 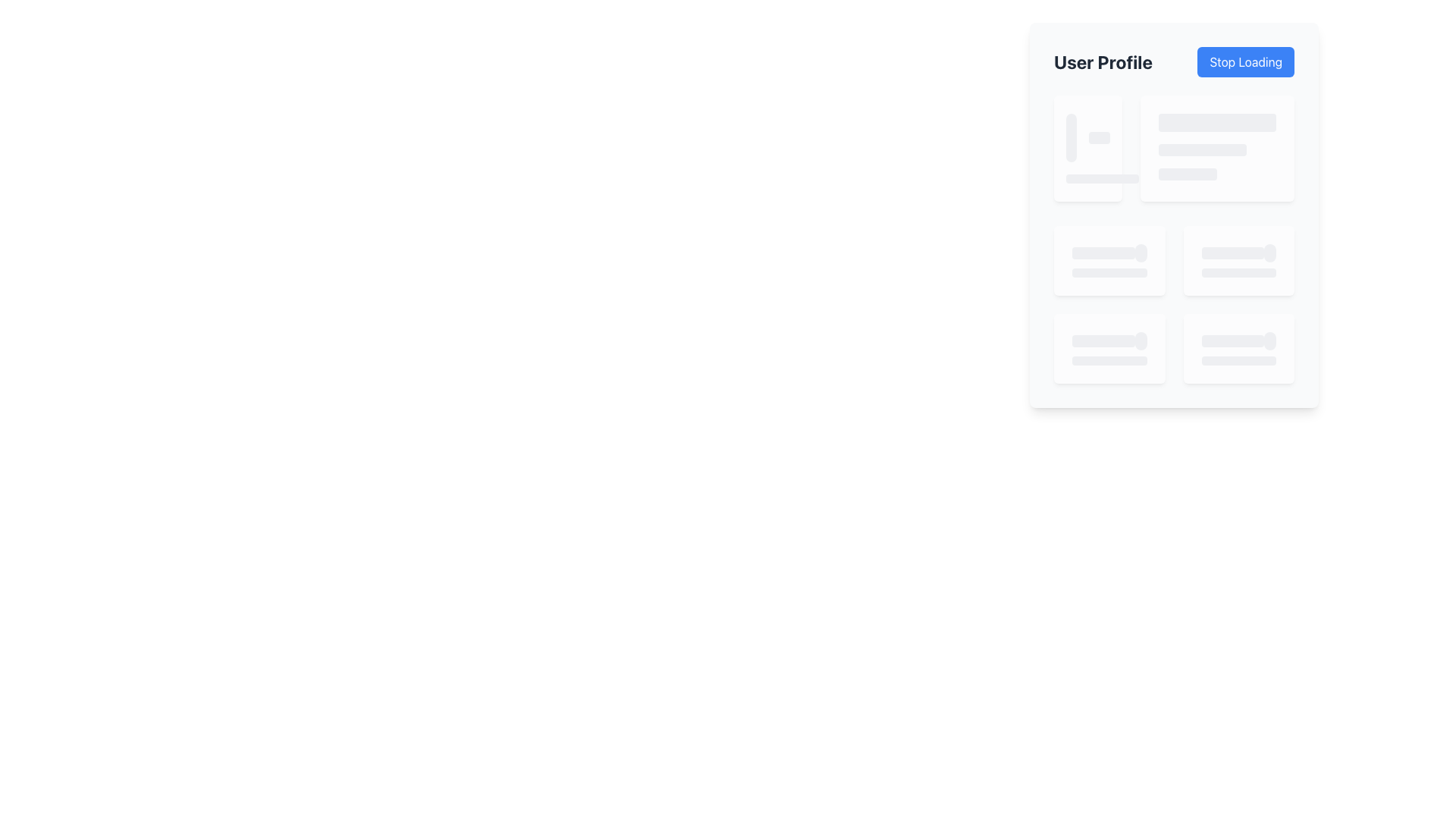 I want to click on the Loading Placeholder Card, which is the first element in the top-left corner of the three-column grid layout, located just below the 'User Profile' title, so click(x=1087, y=149).